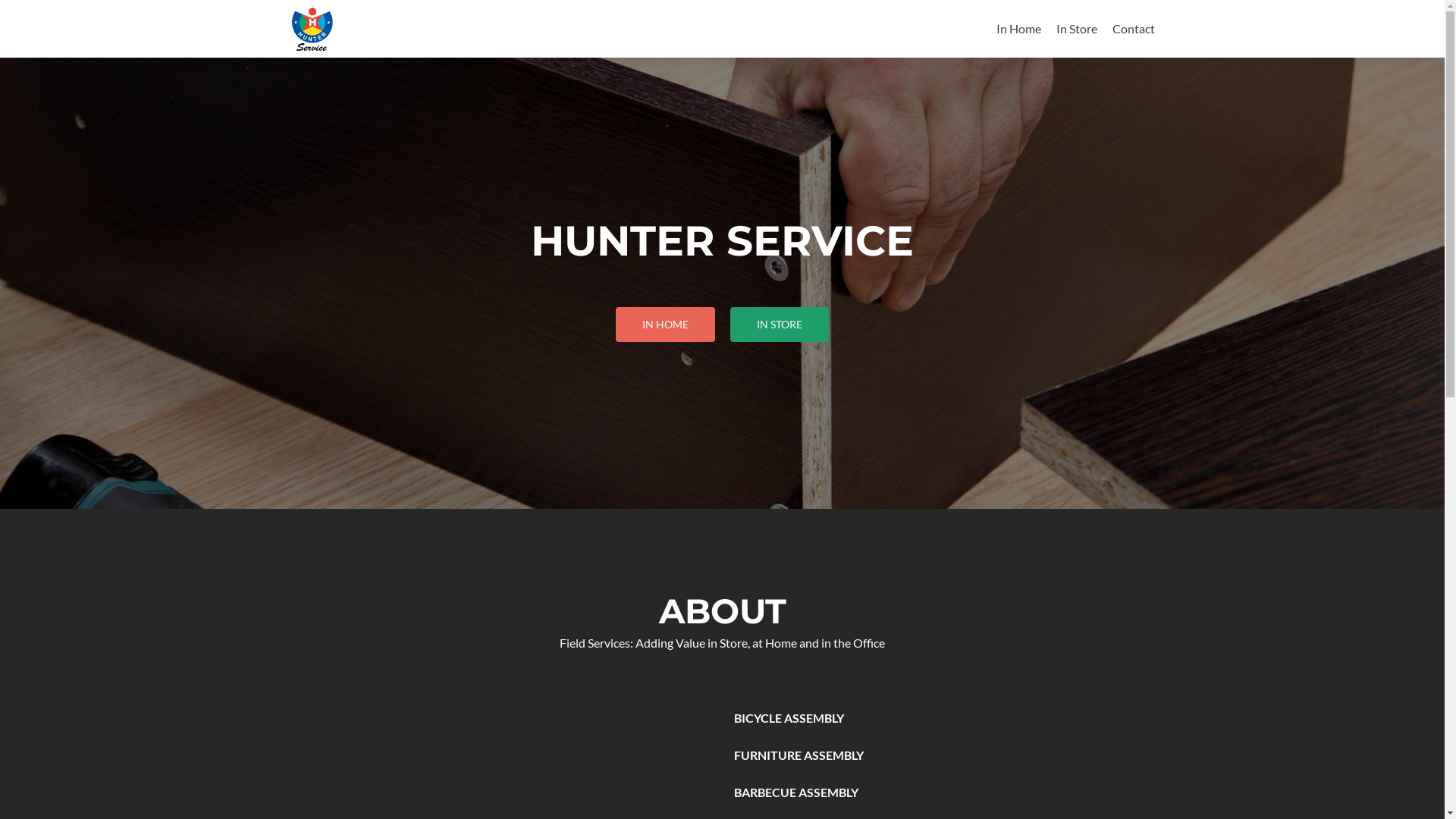 The width and height of the screenshot is (1456, 819). What do you see at coordinates (1075, 28) in the screenshot?
I see `'In Store'` at bounding box center [1075, 28].